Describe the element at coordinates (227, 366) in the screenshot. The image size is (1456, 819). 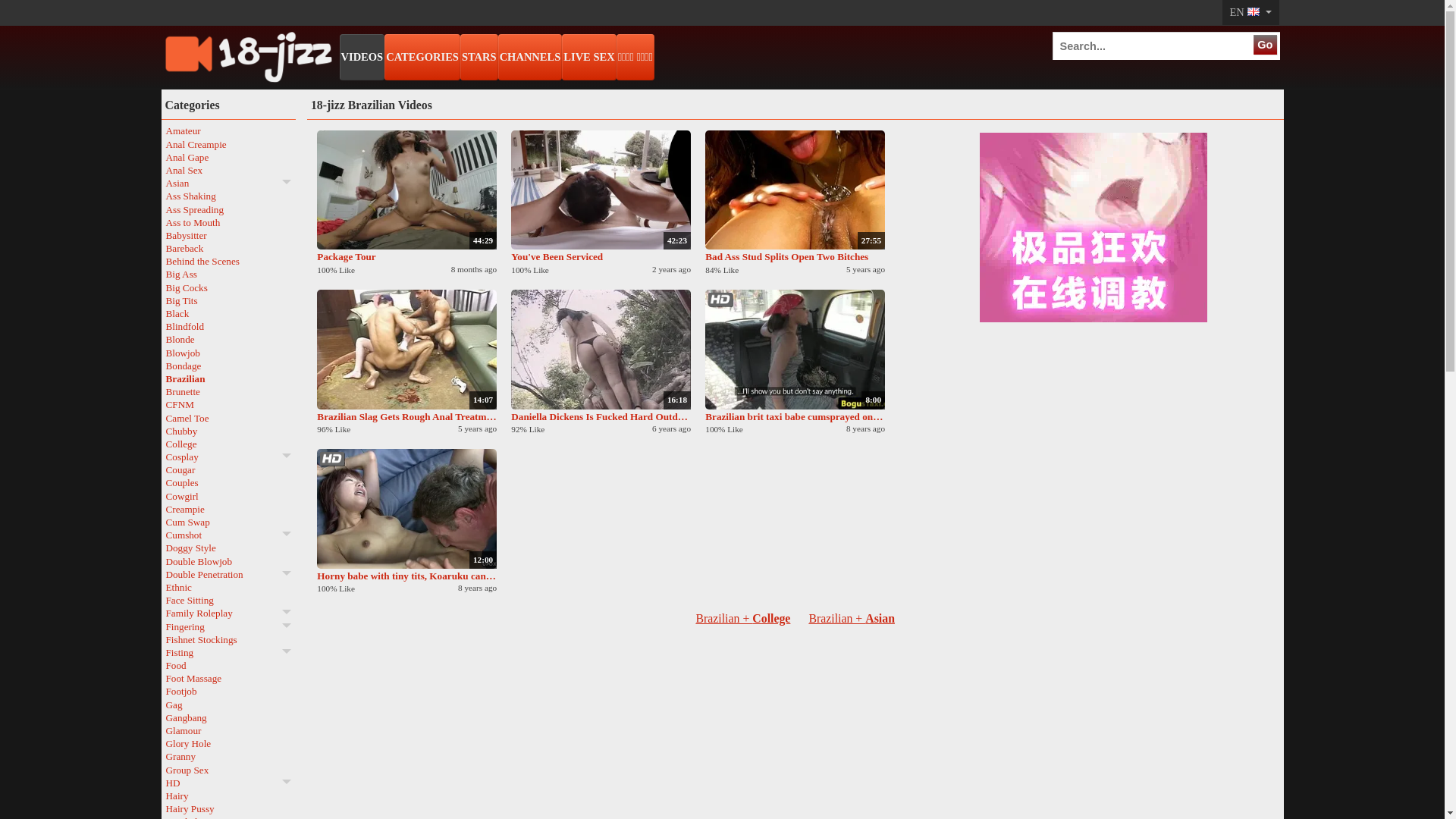
I see `'Bondage'` at that location.